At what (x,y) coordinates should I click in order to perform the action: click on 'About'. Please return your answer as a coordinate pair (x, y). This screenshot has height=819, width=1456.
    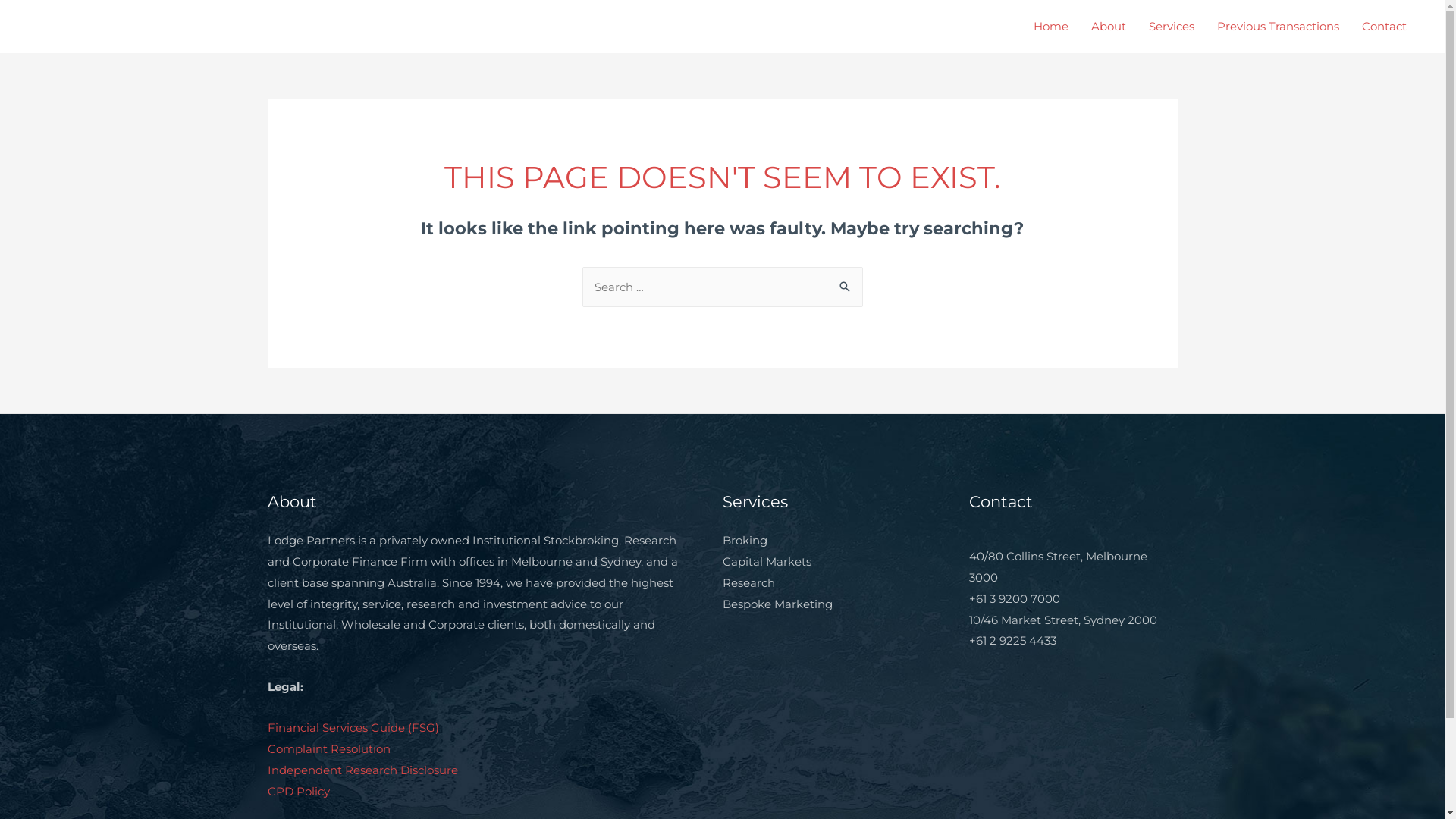
    Looking at the image, I should click on (1109, 26).